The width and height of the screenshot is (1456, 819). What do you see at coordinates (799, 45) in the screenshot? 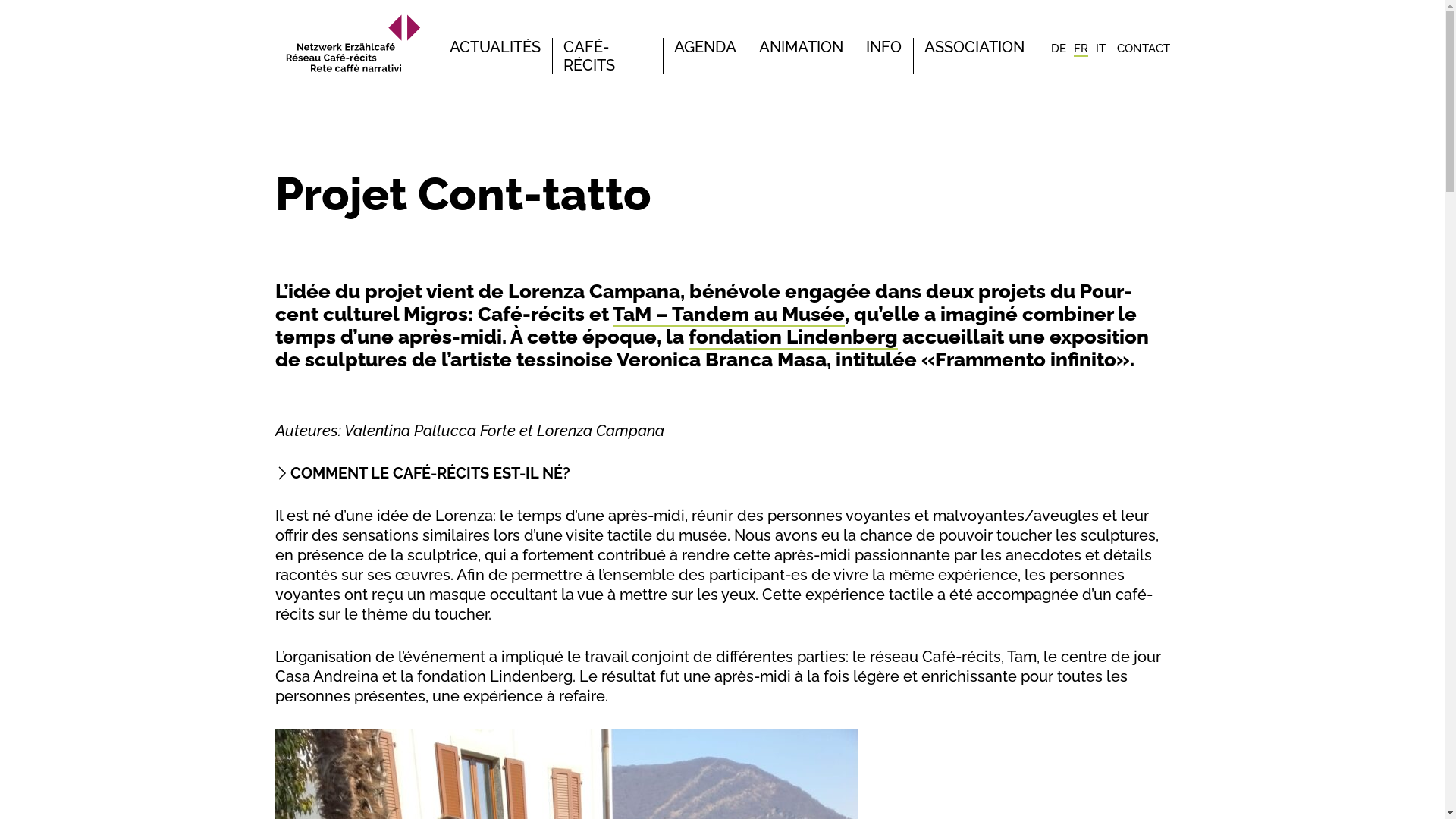
I see `'ANIMATION'` at bounding box center [799, 45].